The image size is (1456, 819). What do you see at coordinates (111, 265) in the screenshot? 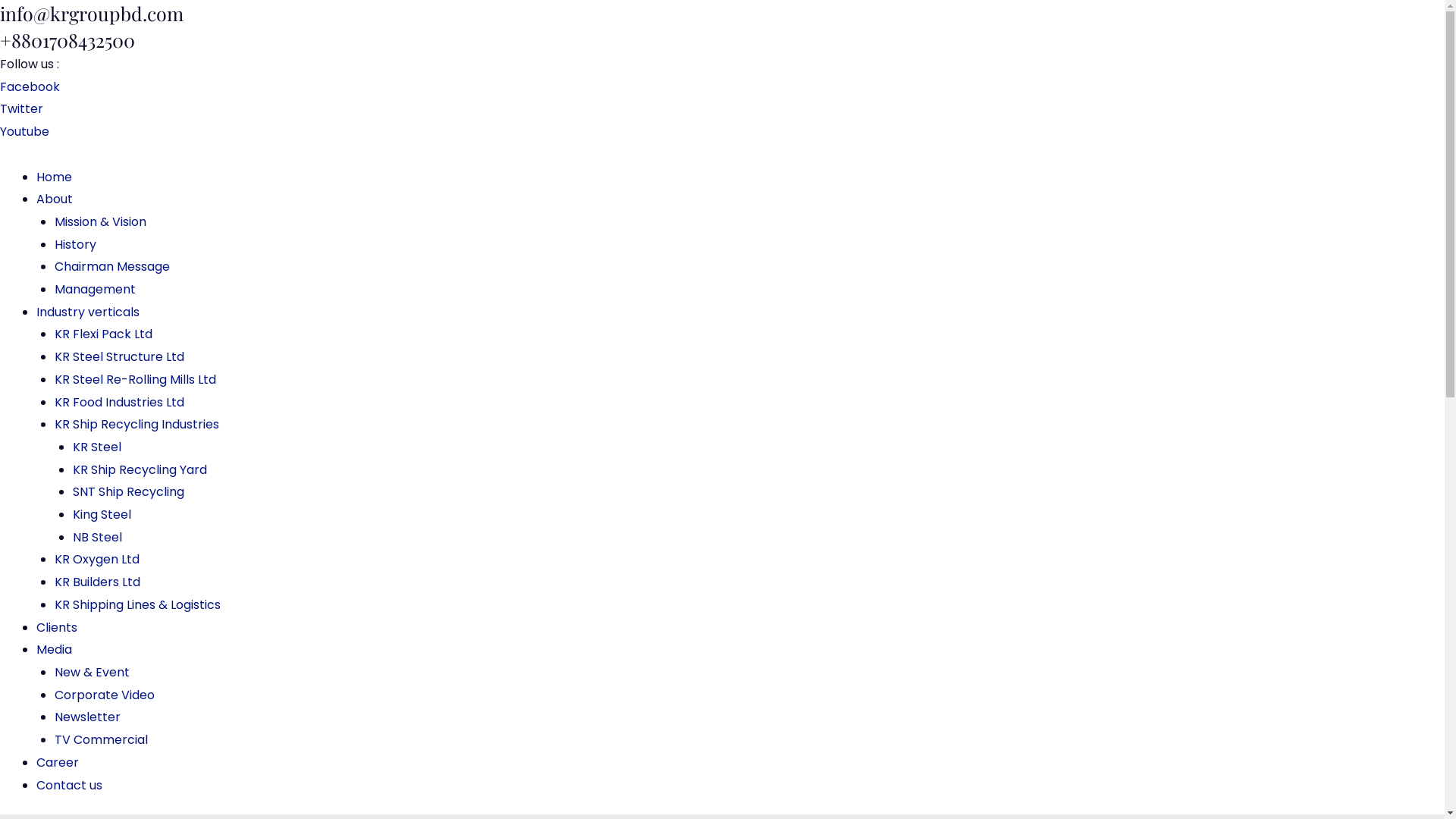
I see `'Chairman Message'` at bounding box center [111, 265].